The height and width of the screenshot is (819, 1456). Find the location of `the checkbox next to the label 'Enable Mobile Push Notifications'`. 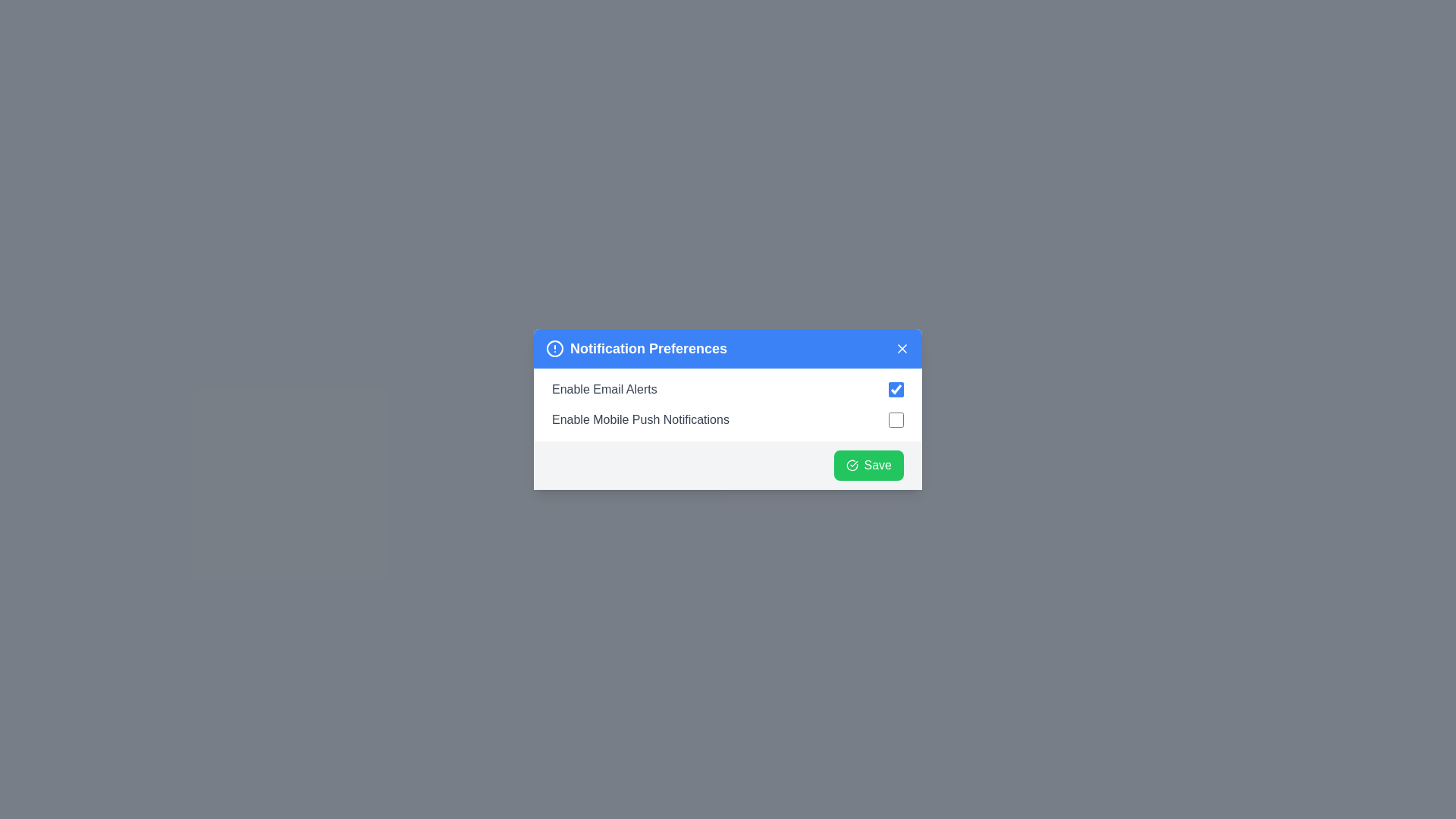

the checkbox next to the label 'Enable Mobile Push Notifications' is located at coordinates (728, 420).